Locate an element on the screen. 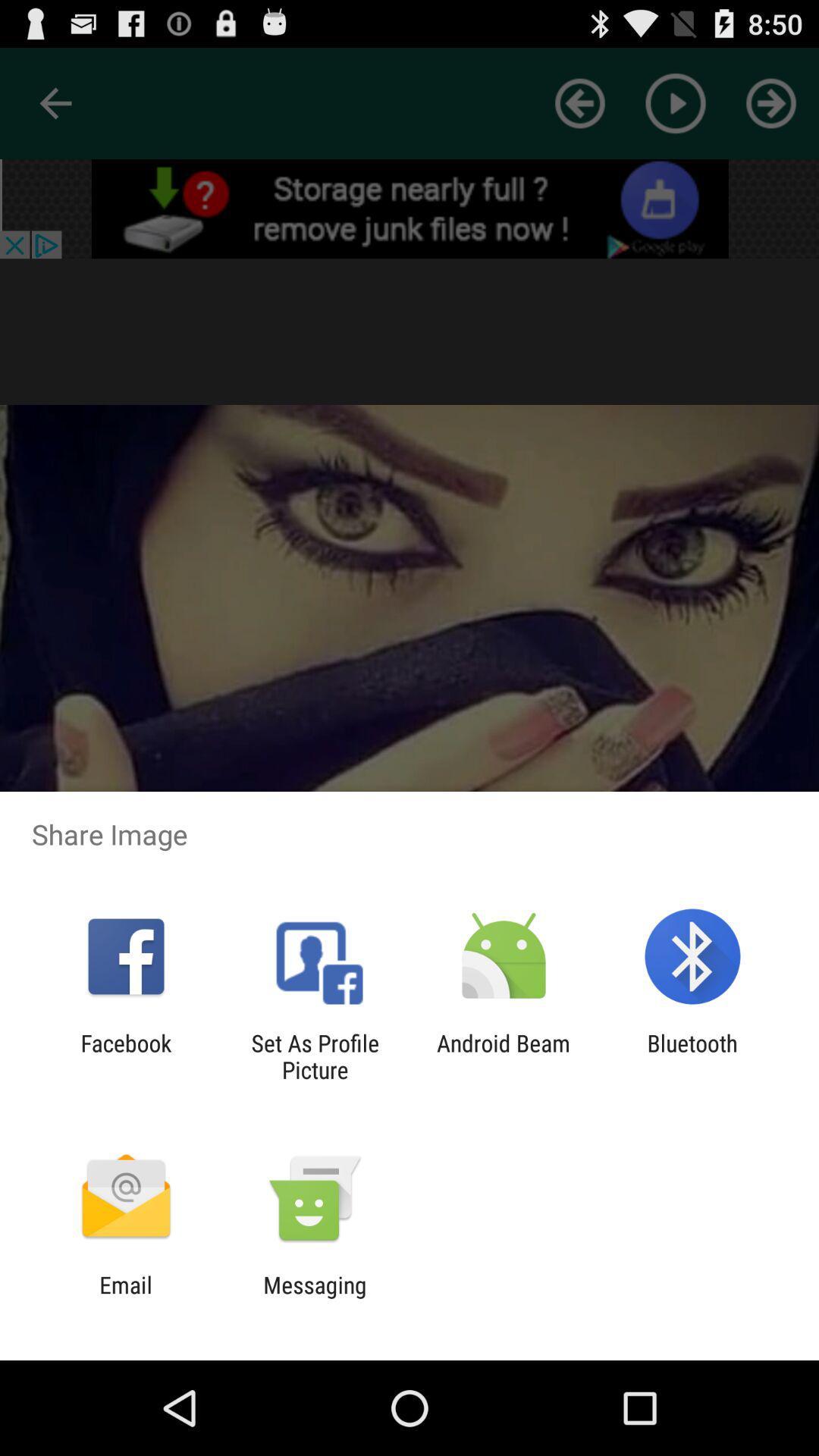 The width and height of the screenshot is (819, 1456). item next to the facebook is located at coordinates (314, 1056).